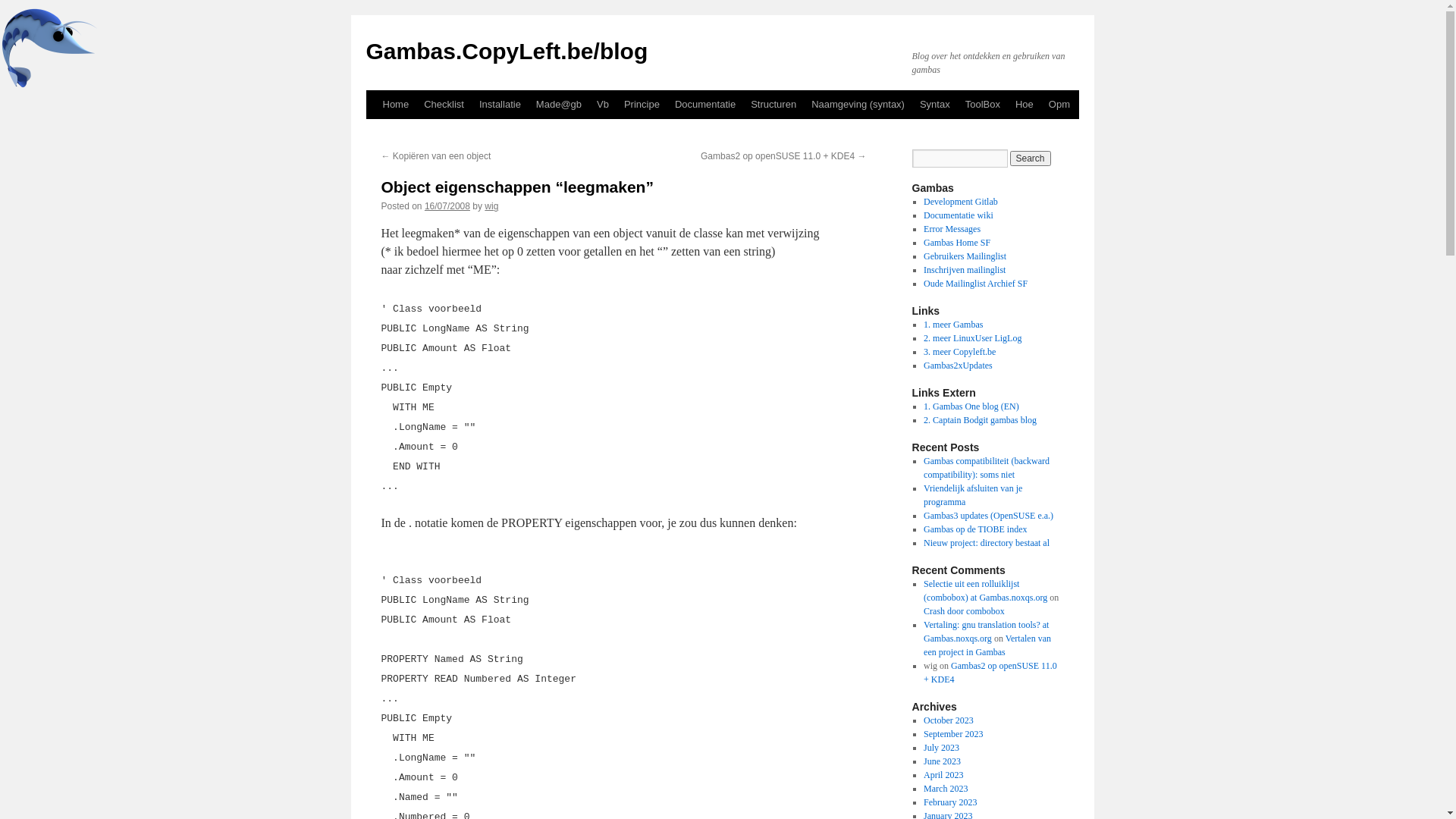  Describe the element at coordinates (952, 733) in the screenshot. I see `'September 2023'` at that location.